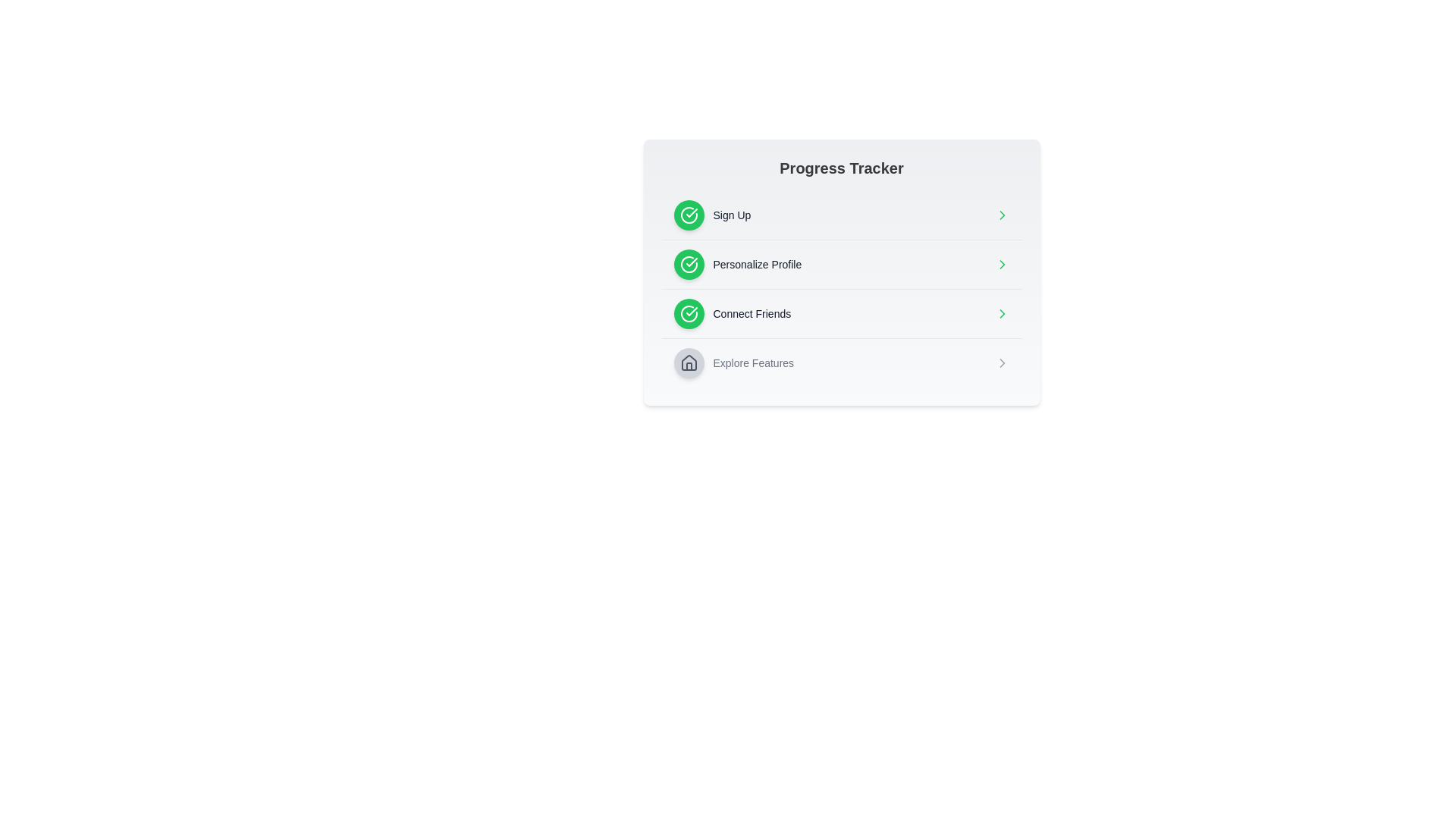  I want to click on the arrow icon located at the far right end of the 'Personalize Profile' row in the progress tracker interface, so click(1002, 263).